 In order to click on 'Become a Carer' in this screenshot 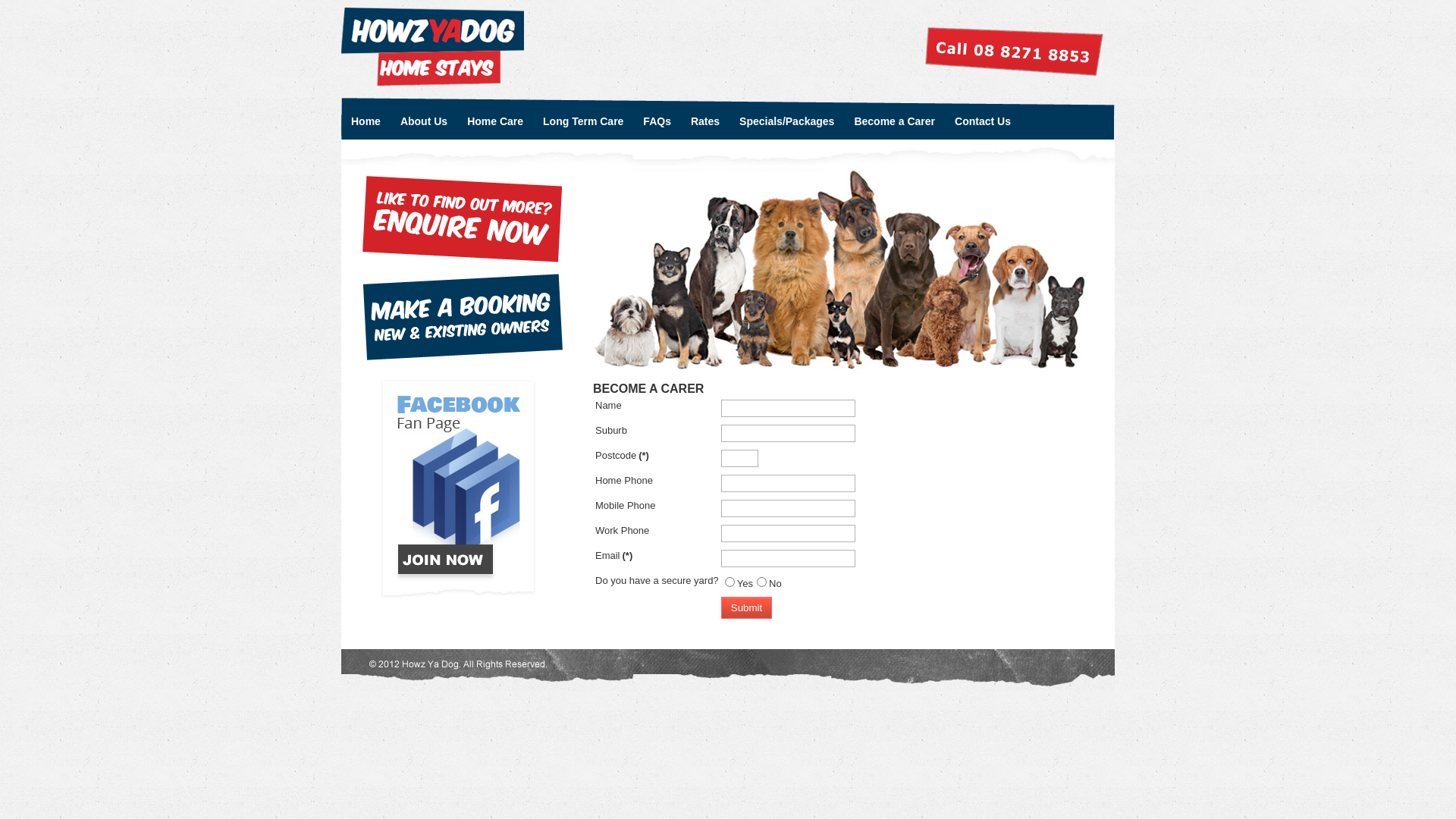, I will do `click(894, 117)`.